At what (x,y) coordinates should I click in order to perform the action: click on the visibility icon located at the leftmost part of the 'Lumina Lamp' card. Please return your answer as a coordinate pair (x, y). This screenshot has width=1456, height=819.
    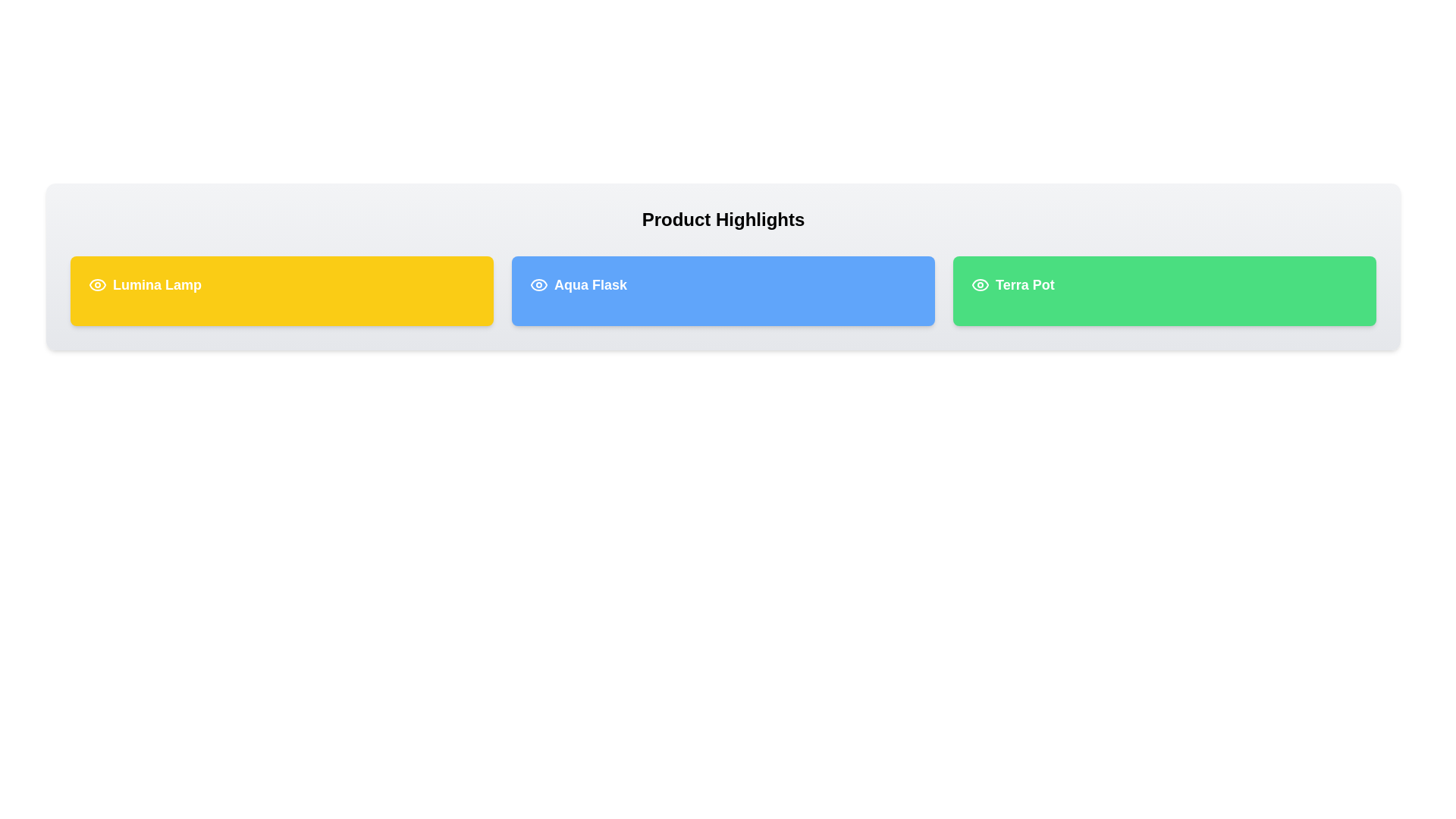
    Looking at the image, I should click on (97, 284).